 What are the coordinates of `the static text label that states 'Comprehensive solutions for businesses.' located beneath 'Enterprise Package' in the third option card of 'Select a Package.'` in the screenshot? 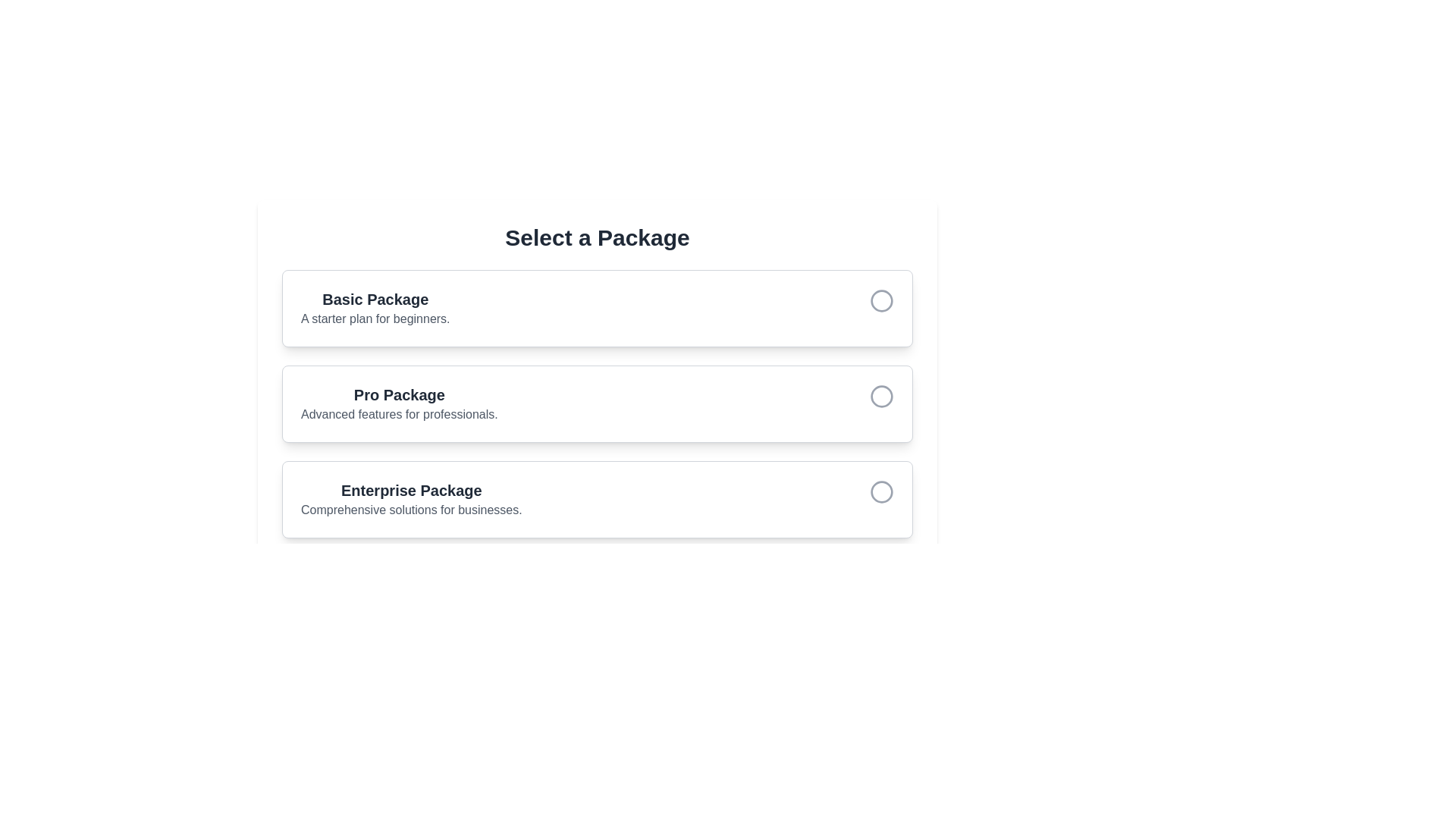 It's located at (411, 510).